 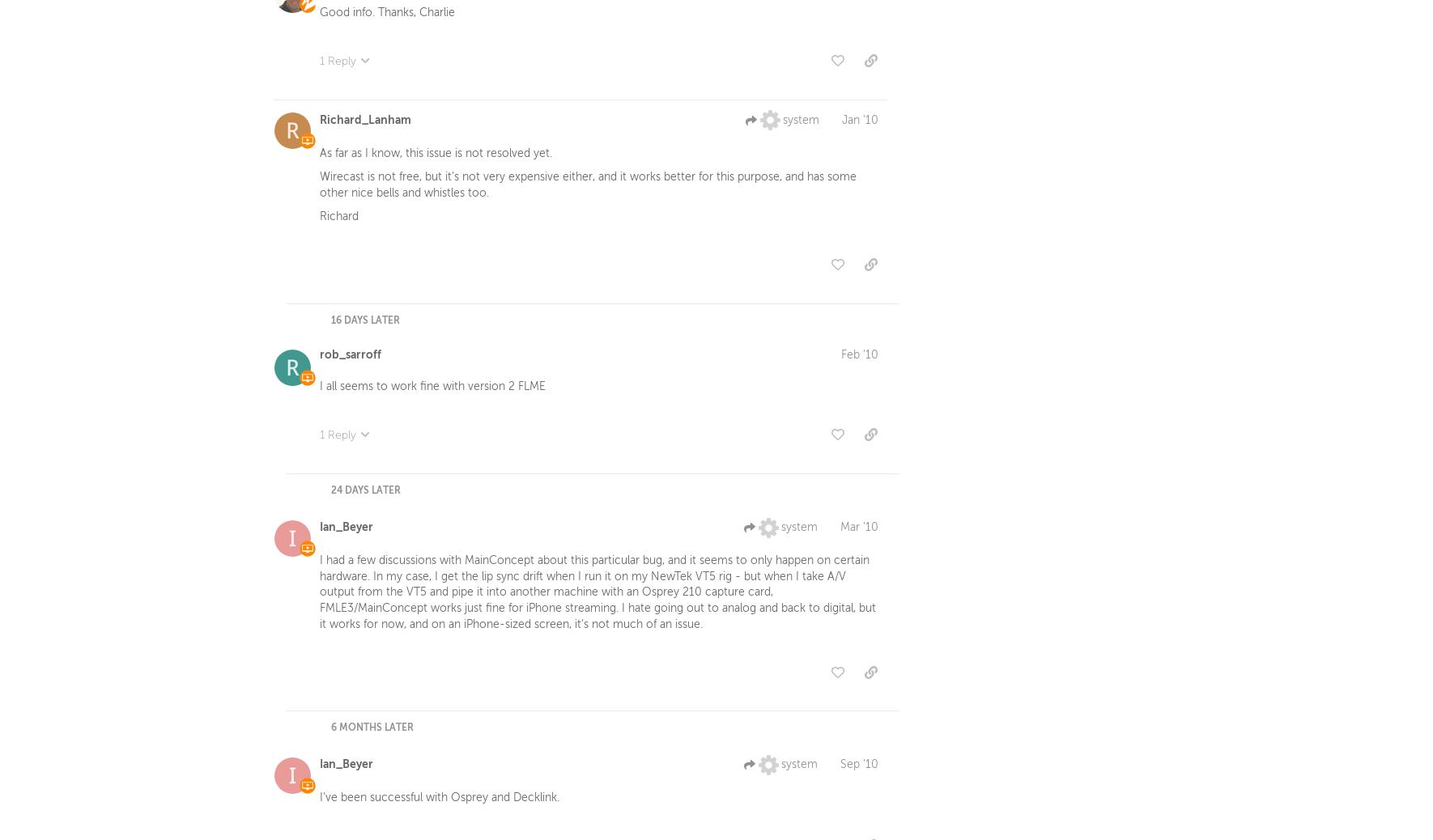 What do you see at coordinates (330, 730) in the screenshot?
I see `'6 months later'` at bounding box center [330, 730].